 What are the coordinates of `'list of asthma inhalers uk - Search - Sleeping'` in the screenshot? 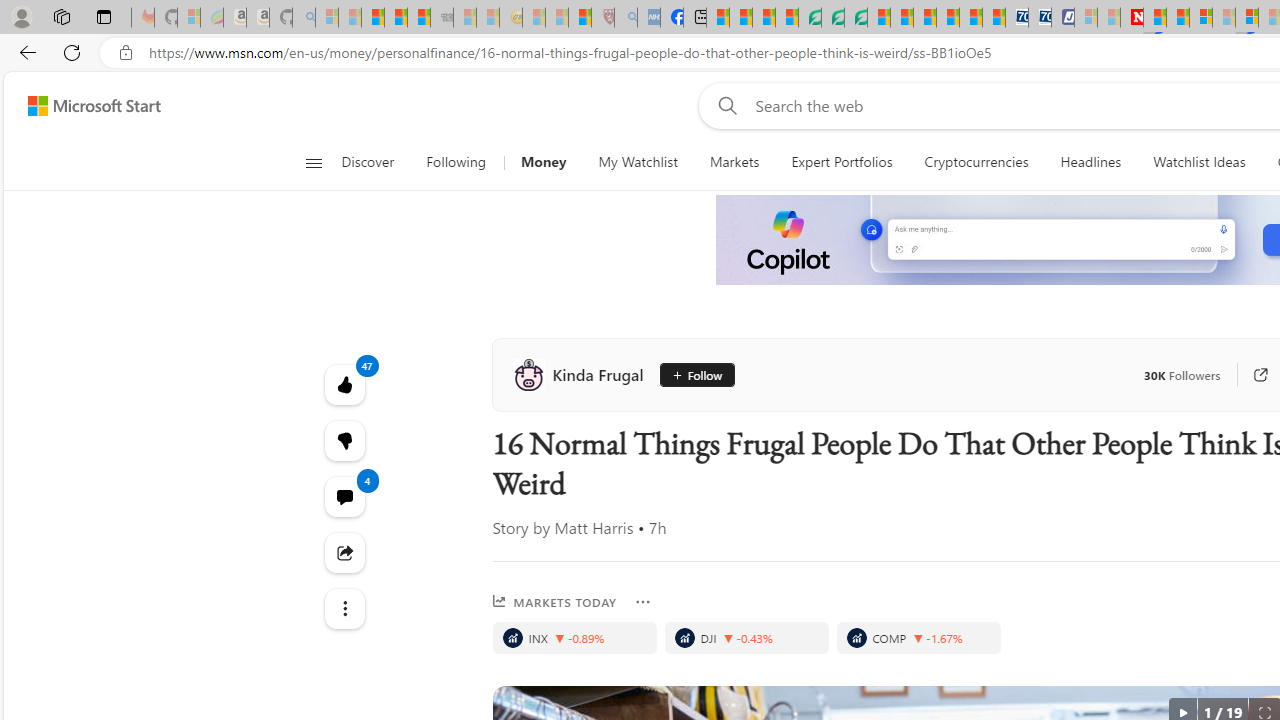 It's located at (624, 17).